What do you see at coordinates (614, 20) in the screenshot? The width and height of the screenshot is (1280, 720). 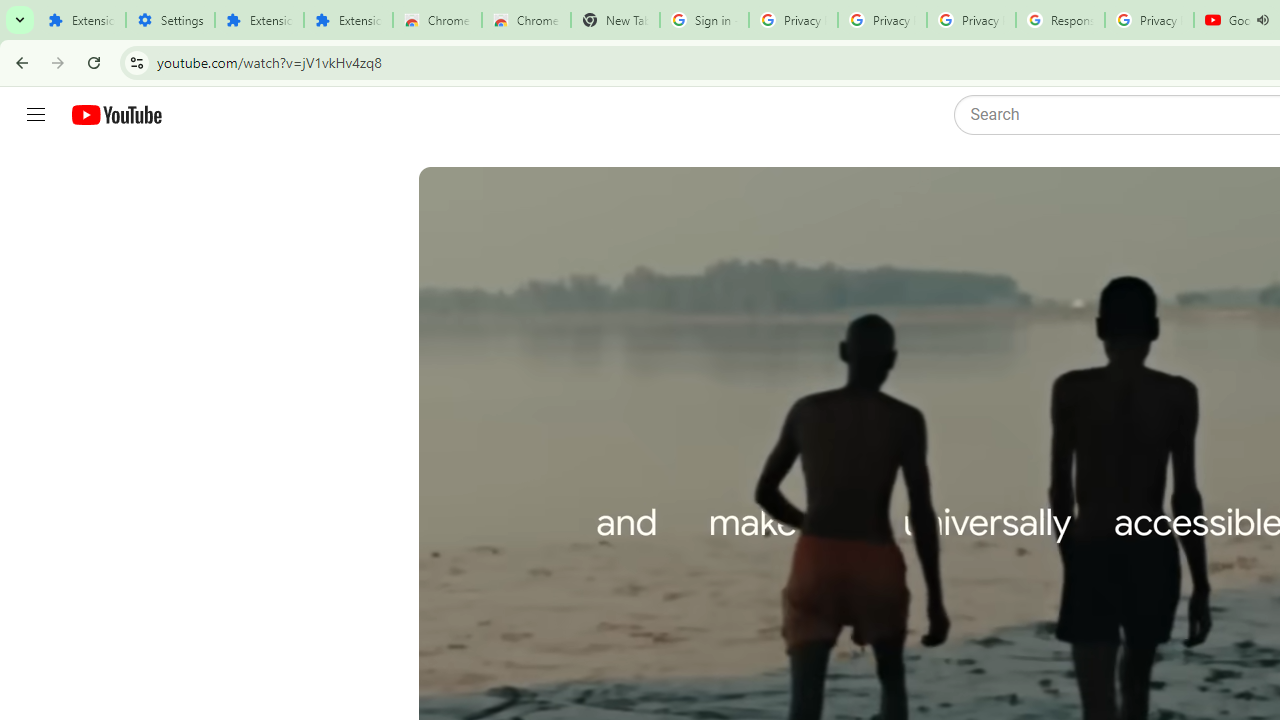 I see `'New Tab'` at bounding box center [614, 20].